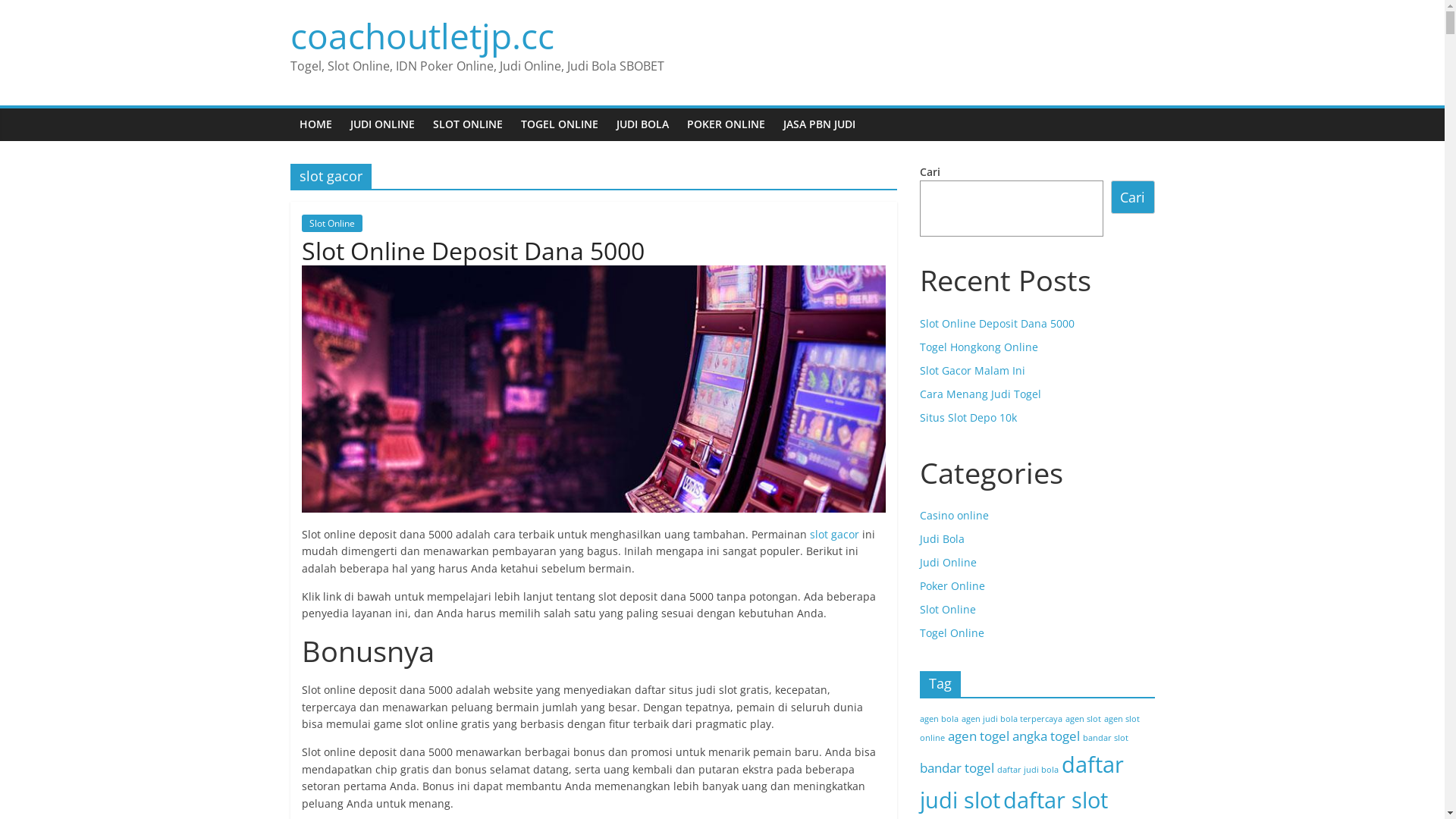 The width and height of the screenshot is (1456, 819). What do you see at coordinates (950, 632) in the screenshot?
I see `'Togel Online'` at bounding box center [950, 632].